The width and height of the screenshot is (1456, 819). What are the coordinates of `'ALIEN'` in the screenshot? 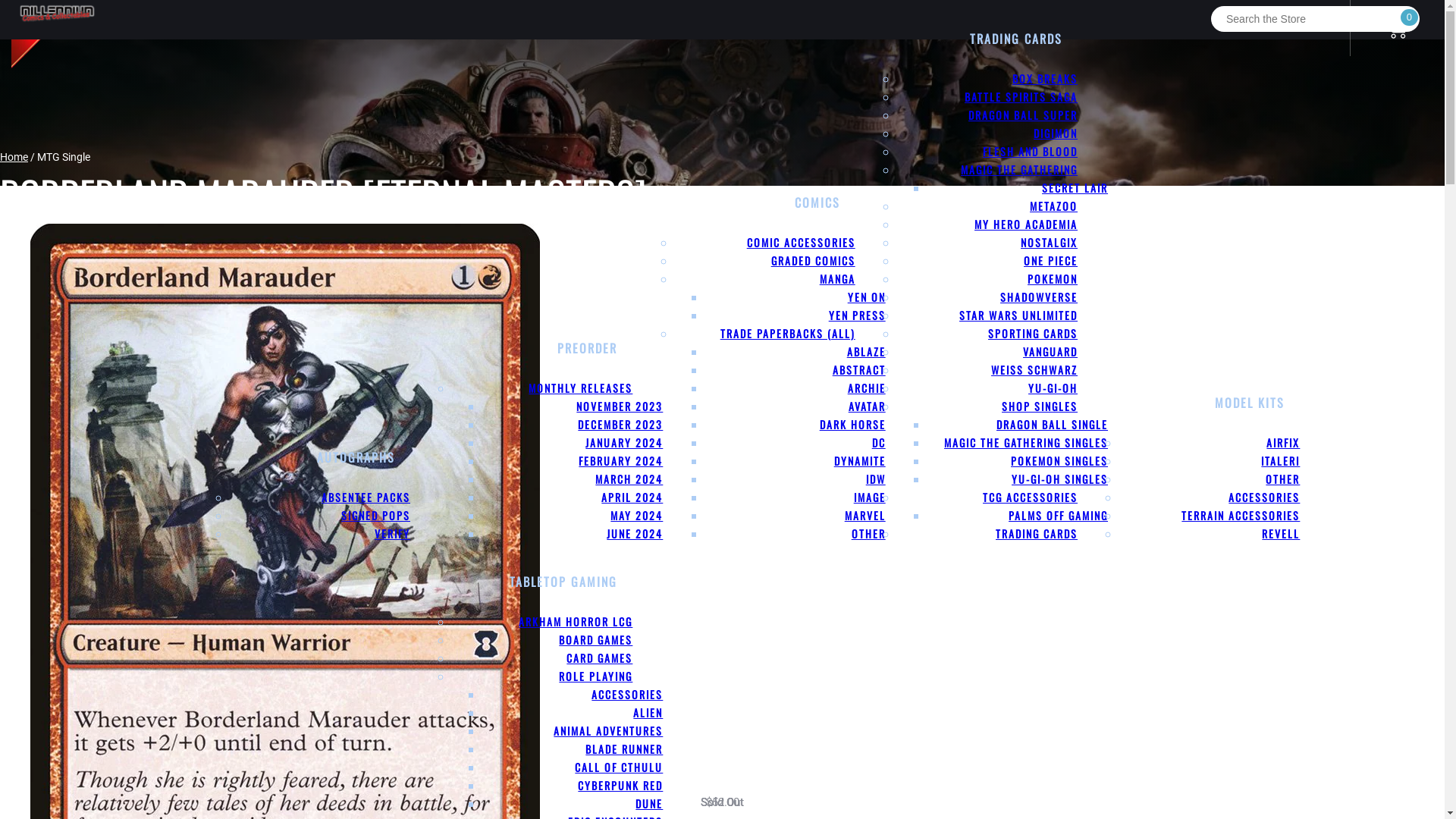 It's located at (648, 712).